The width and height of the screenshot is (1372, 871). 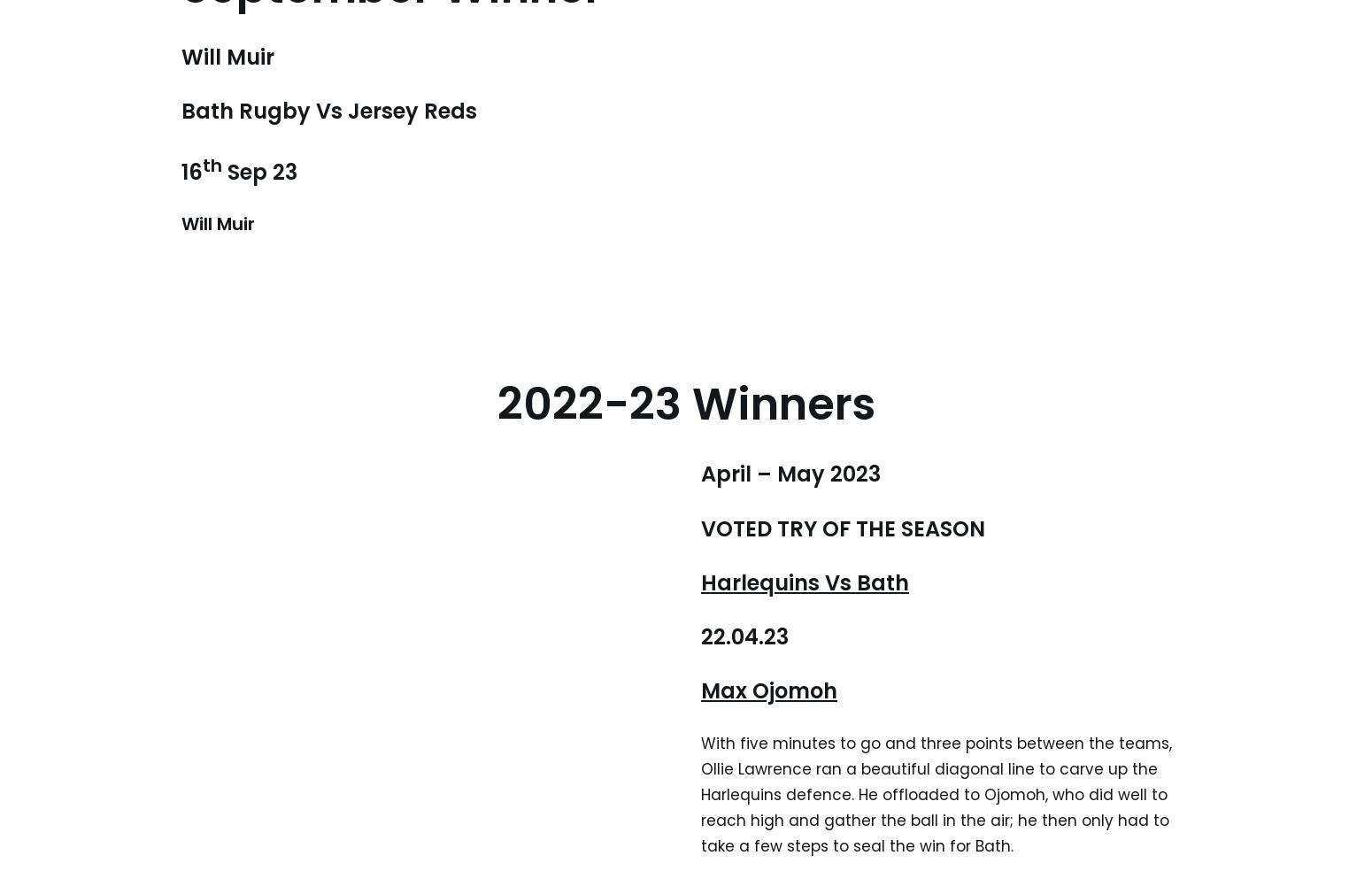 I want to click on 'Bath', so click(x=879, y=582).